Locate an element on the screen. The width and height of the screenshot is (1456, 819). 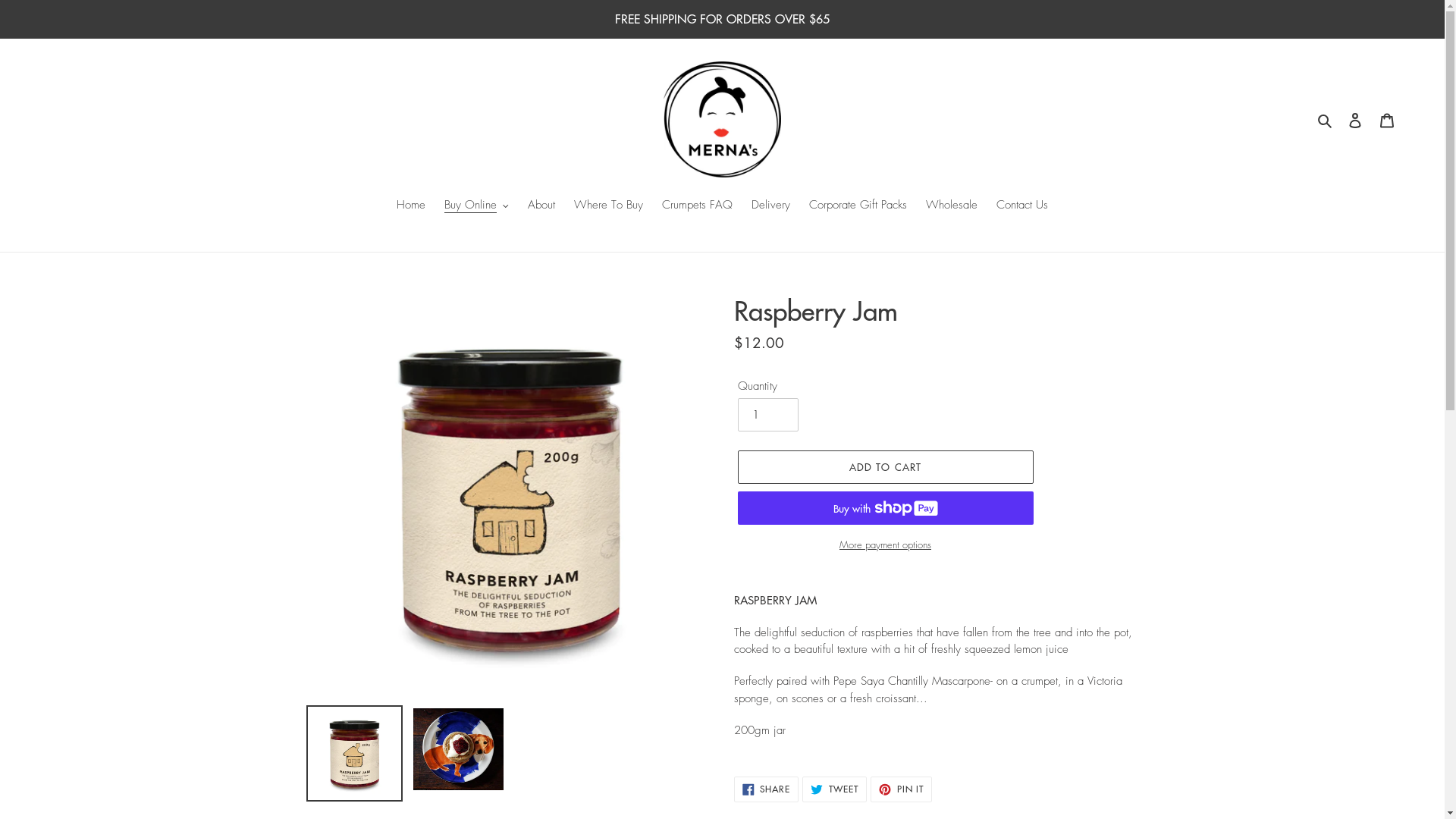
'About' is located at coordinates (541, 206).